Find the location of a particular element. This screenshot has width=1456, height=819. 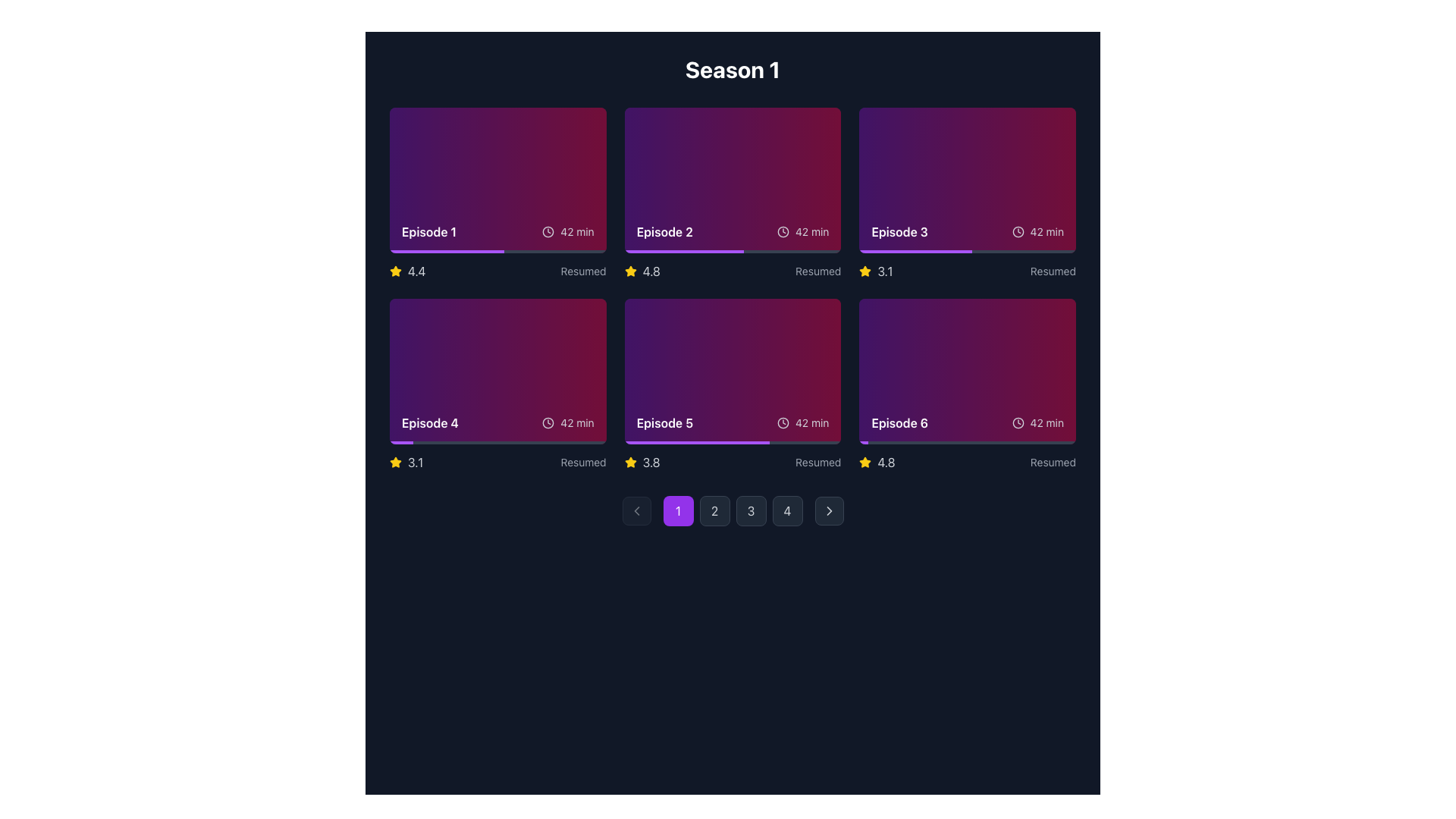

the SVG-based clock icon located in the lower right section of the second episode card, which visually indicates the episode duration of '42 min' is located at coordinates (783, 231).